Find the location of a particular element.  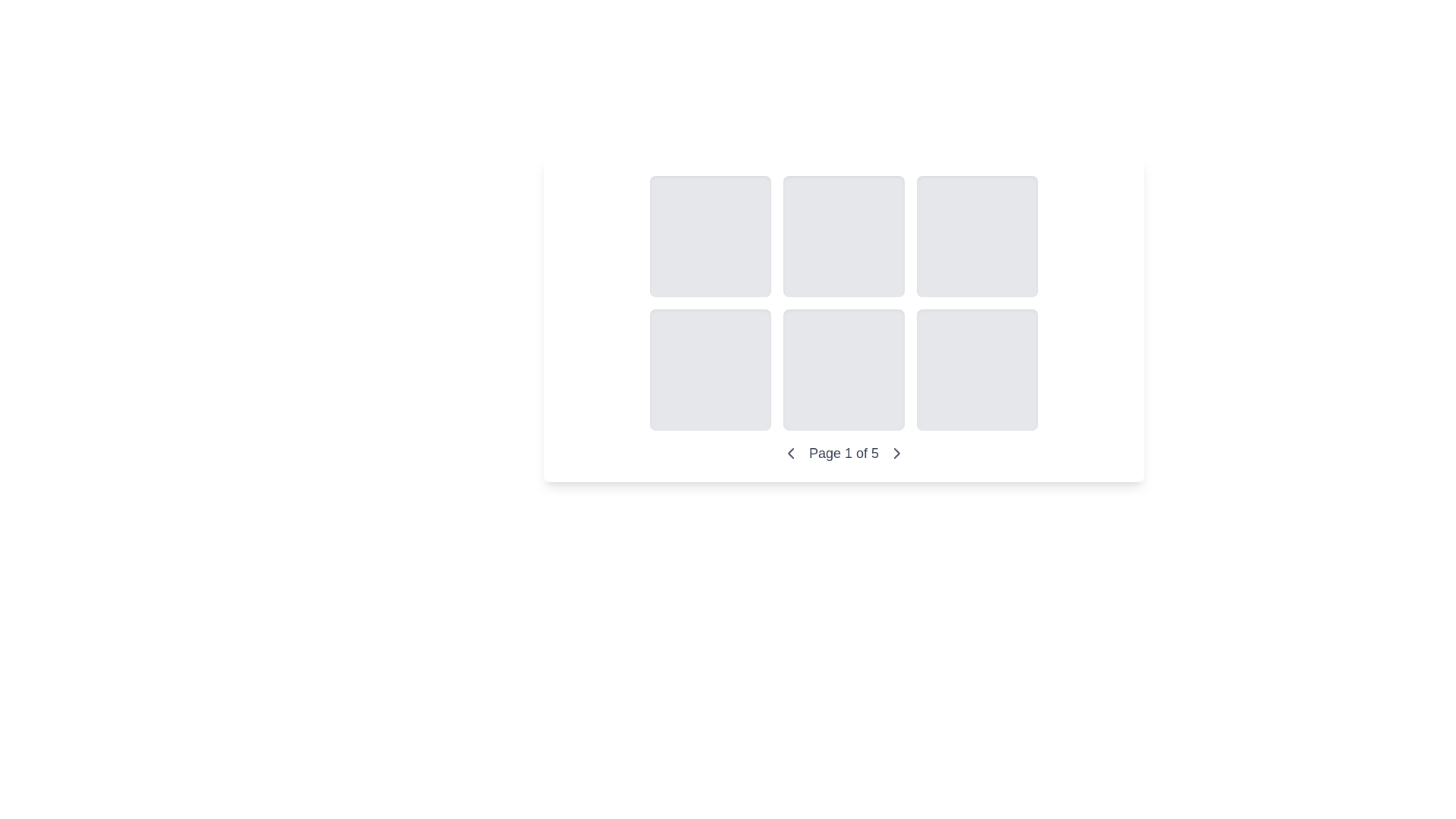

the back navigation icon, which is a graphical marker positioned inside an SVG element near the left side of the pagination indicator at the bottom of the interface is located at coordinates (789, 452).